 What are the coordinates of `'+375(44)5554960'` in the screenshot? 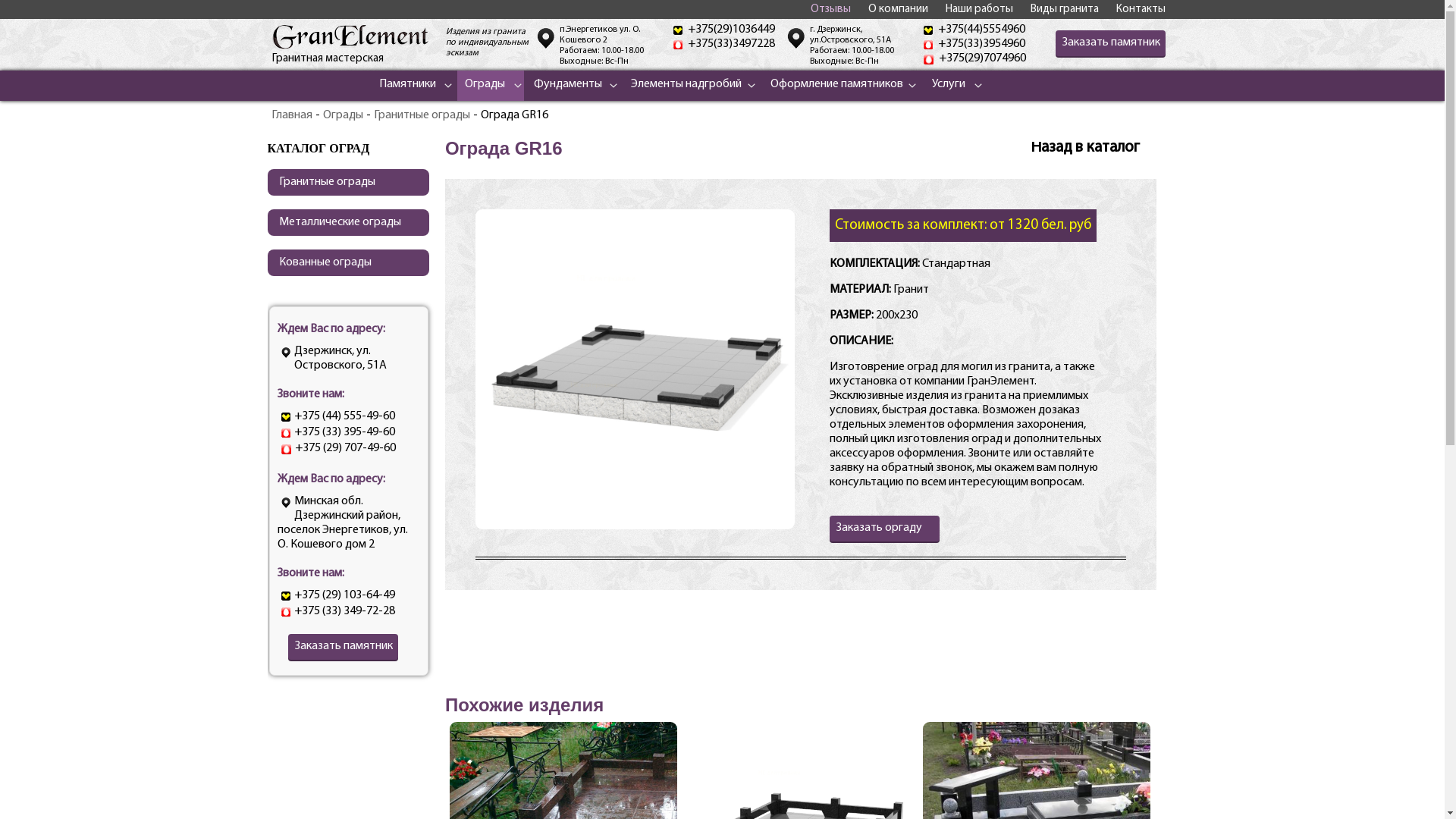 It's located at (981, 29).